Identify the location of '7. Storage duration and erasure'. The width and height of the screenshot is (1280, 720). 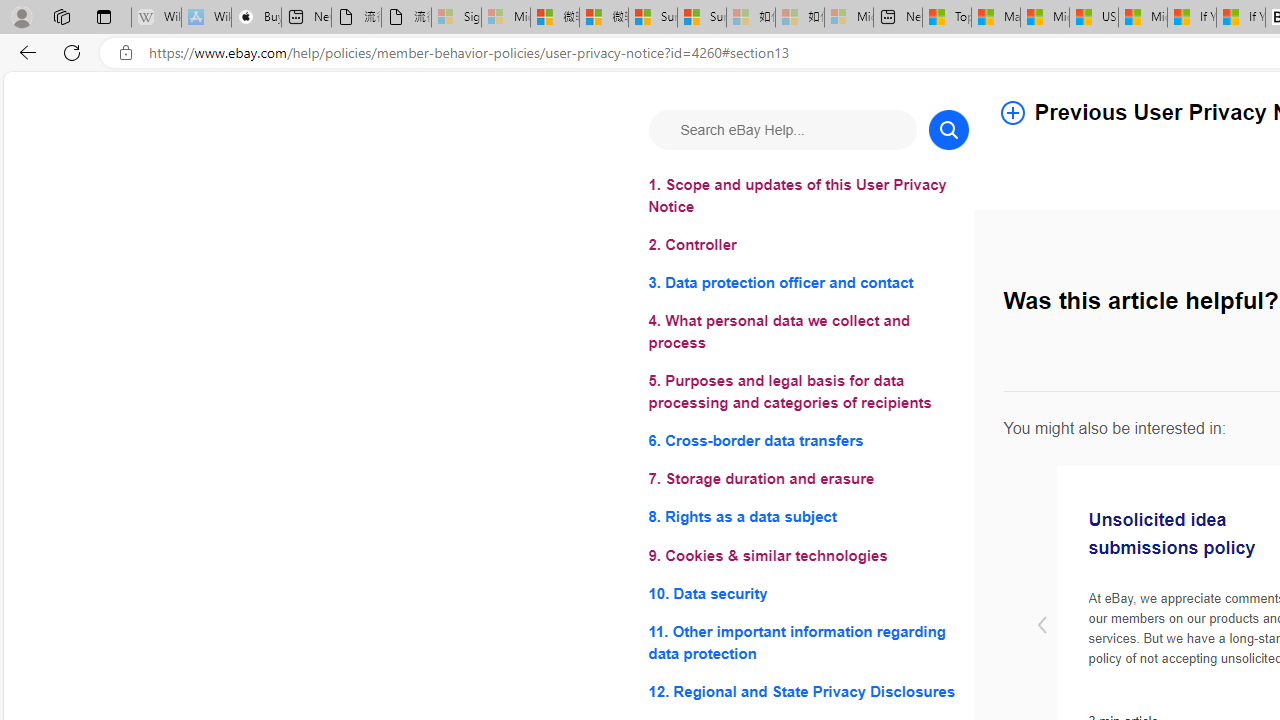
(808, 479).